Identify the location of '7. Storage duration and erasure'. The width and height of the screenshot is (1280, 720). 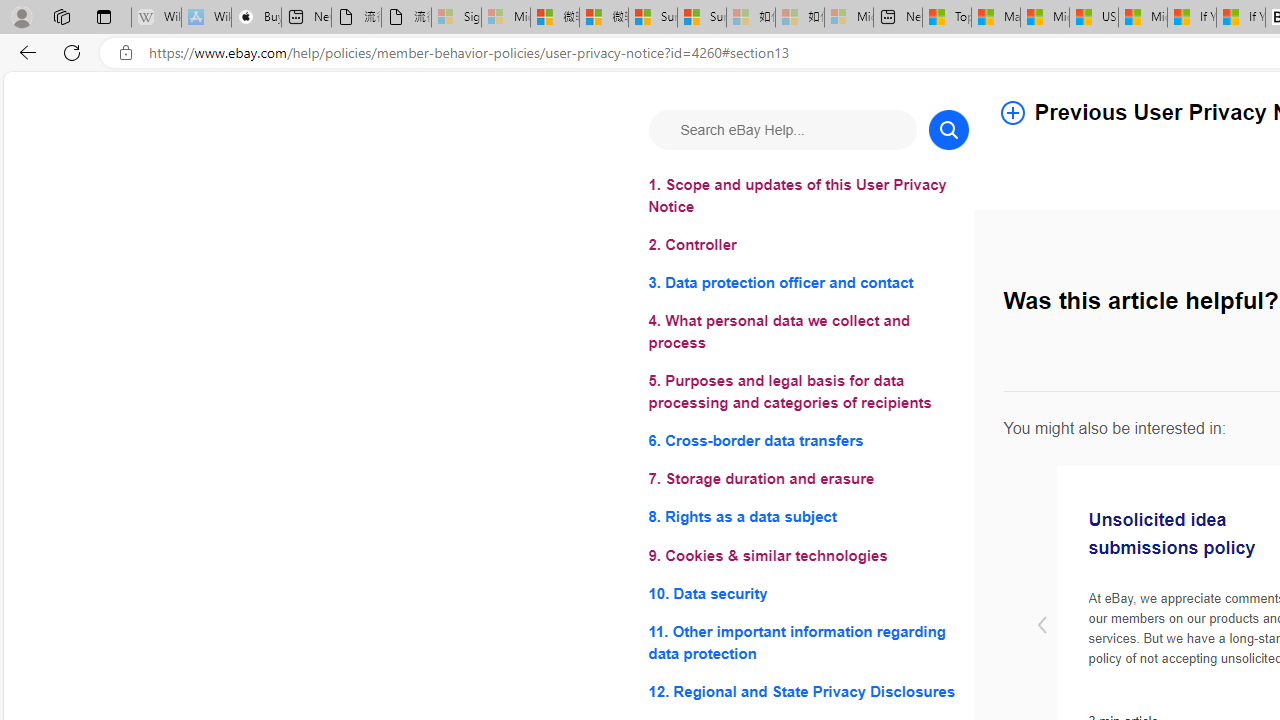
(808, 479).